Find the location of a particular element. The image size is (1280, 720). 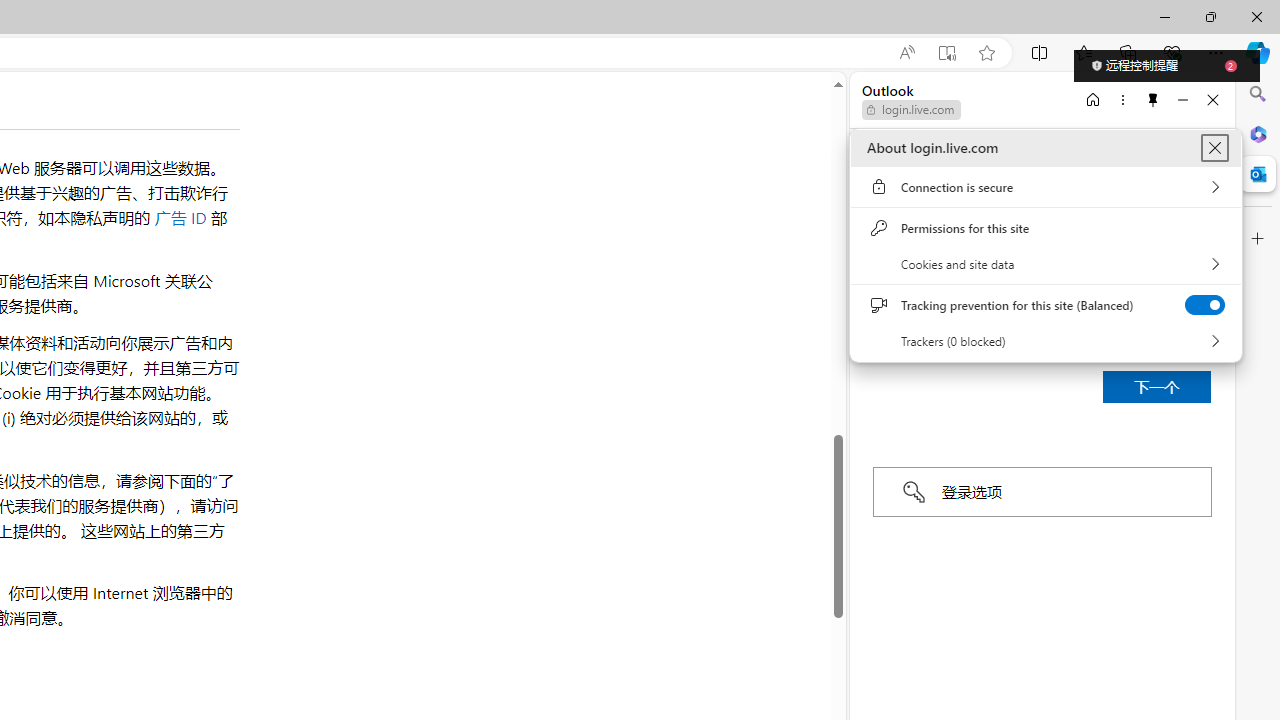

'Cookies and site data' is located at coordinates (1045, 263).